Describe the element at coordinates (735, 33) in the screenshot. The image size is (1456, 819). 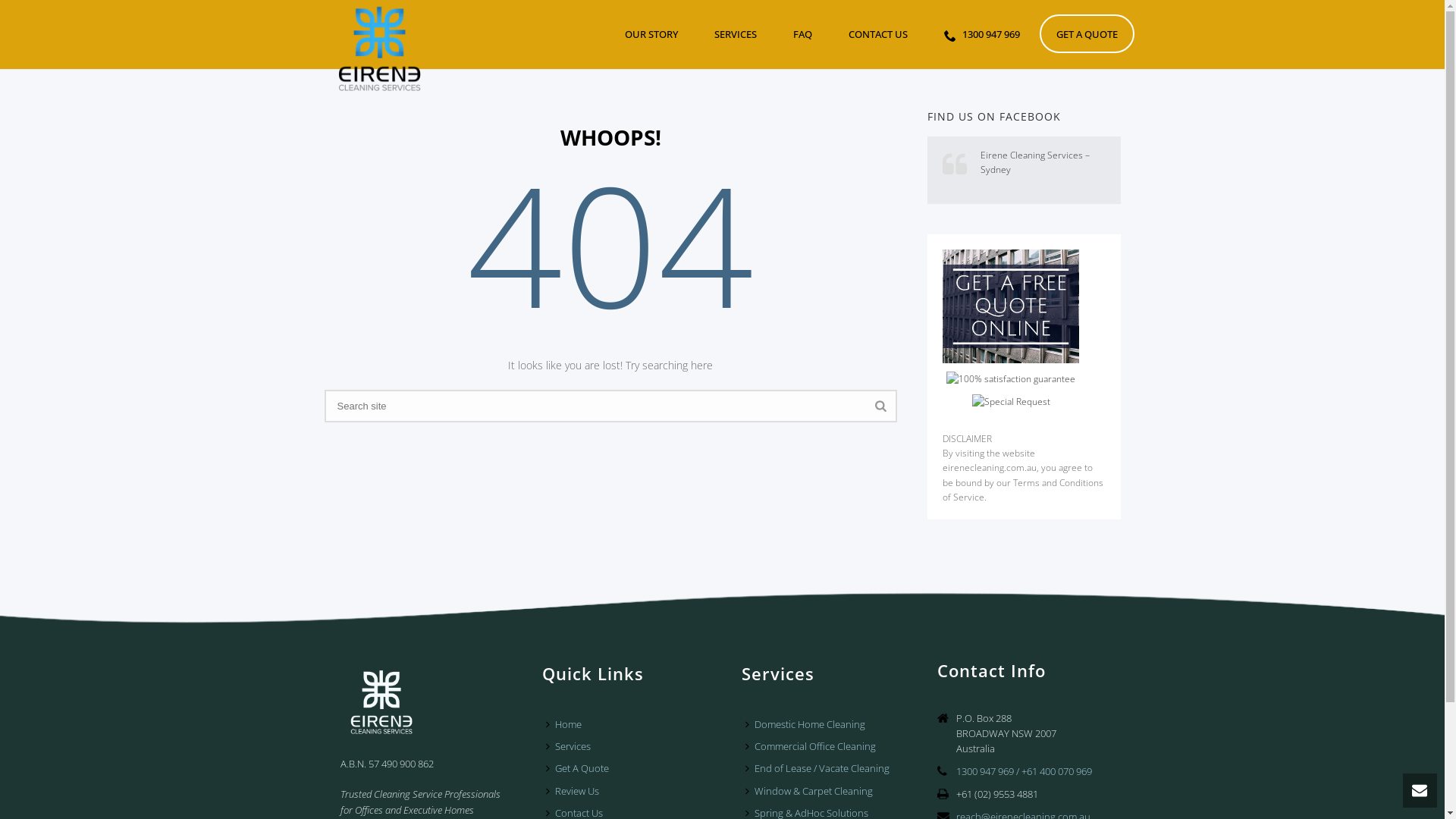
I see `'SERVICES'` at that location.